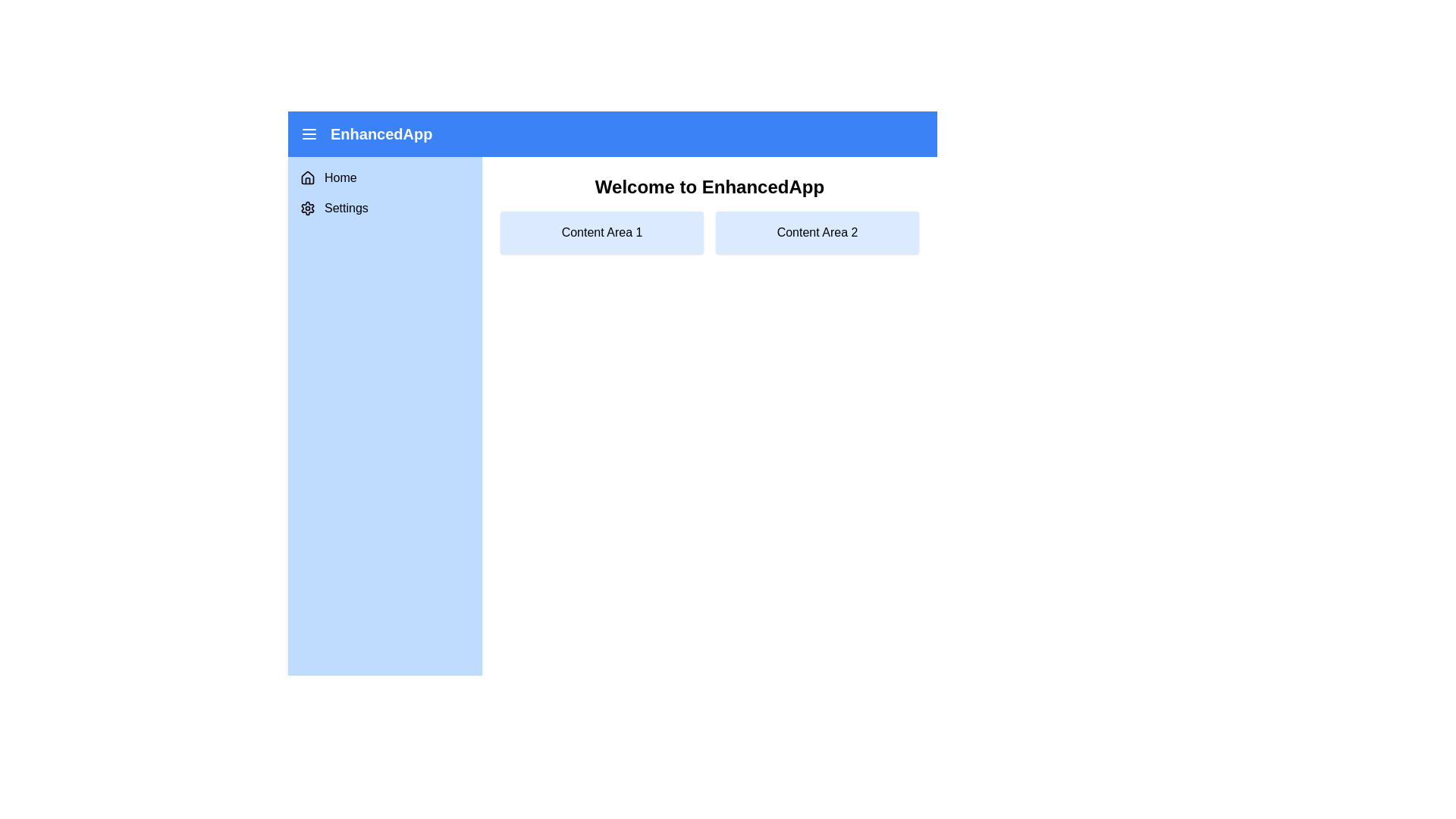  Describe the element at coordinates (340, 177) in the screenshot. I see `'Home' text label element located in the vertical navigation menu on the left side of the interface, positioned below the application header and adjacent to a house-shaped icon` at that location.